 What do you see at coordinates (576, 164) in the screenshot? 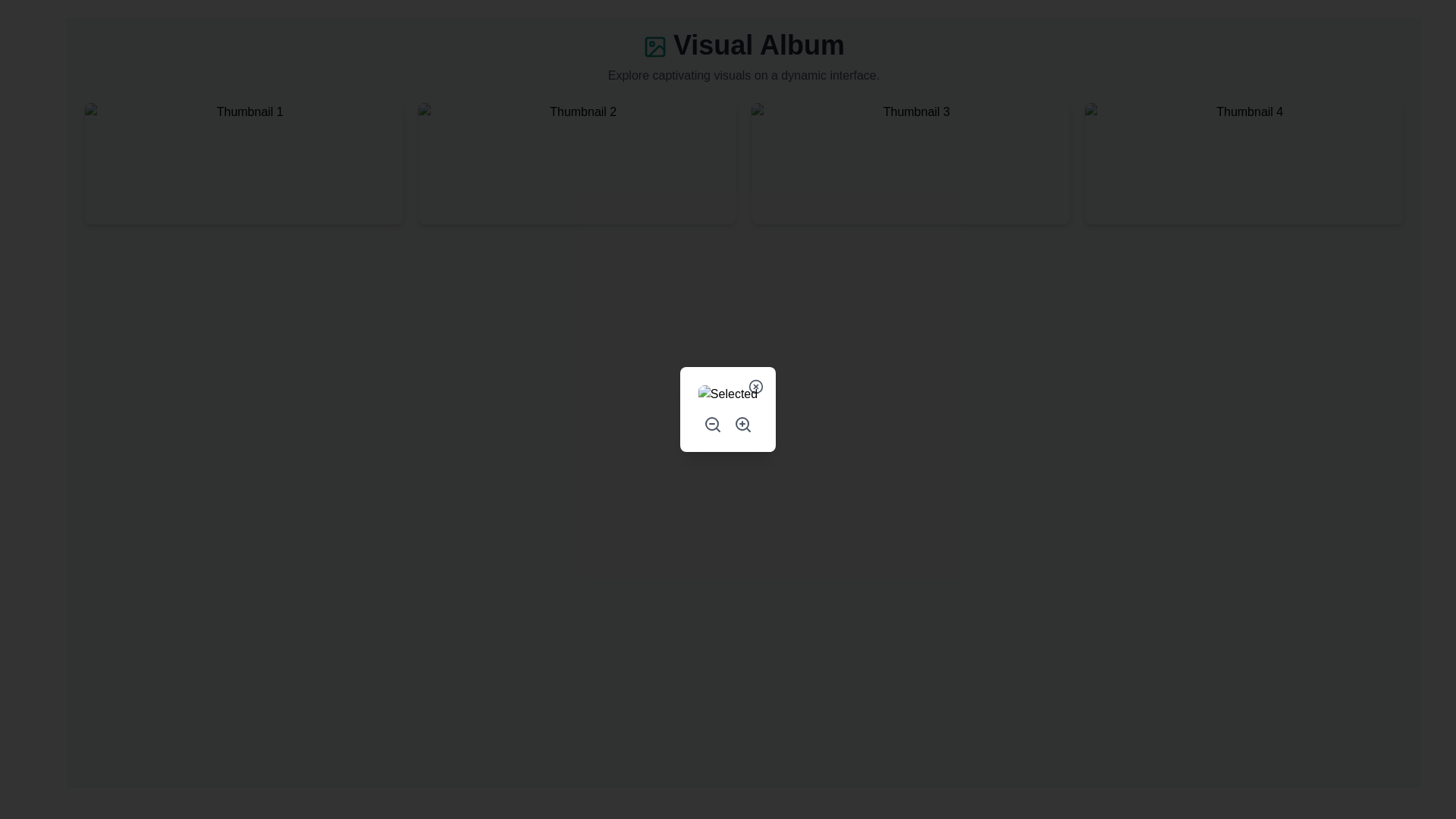
I see `the Clickable Thumbnail Interface Component labeled 'Thumbnail 2' to trigger the scale-up animation` at bounding box center [576, 164].